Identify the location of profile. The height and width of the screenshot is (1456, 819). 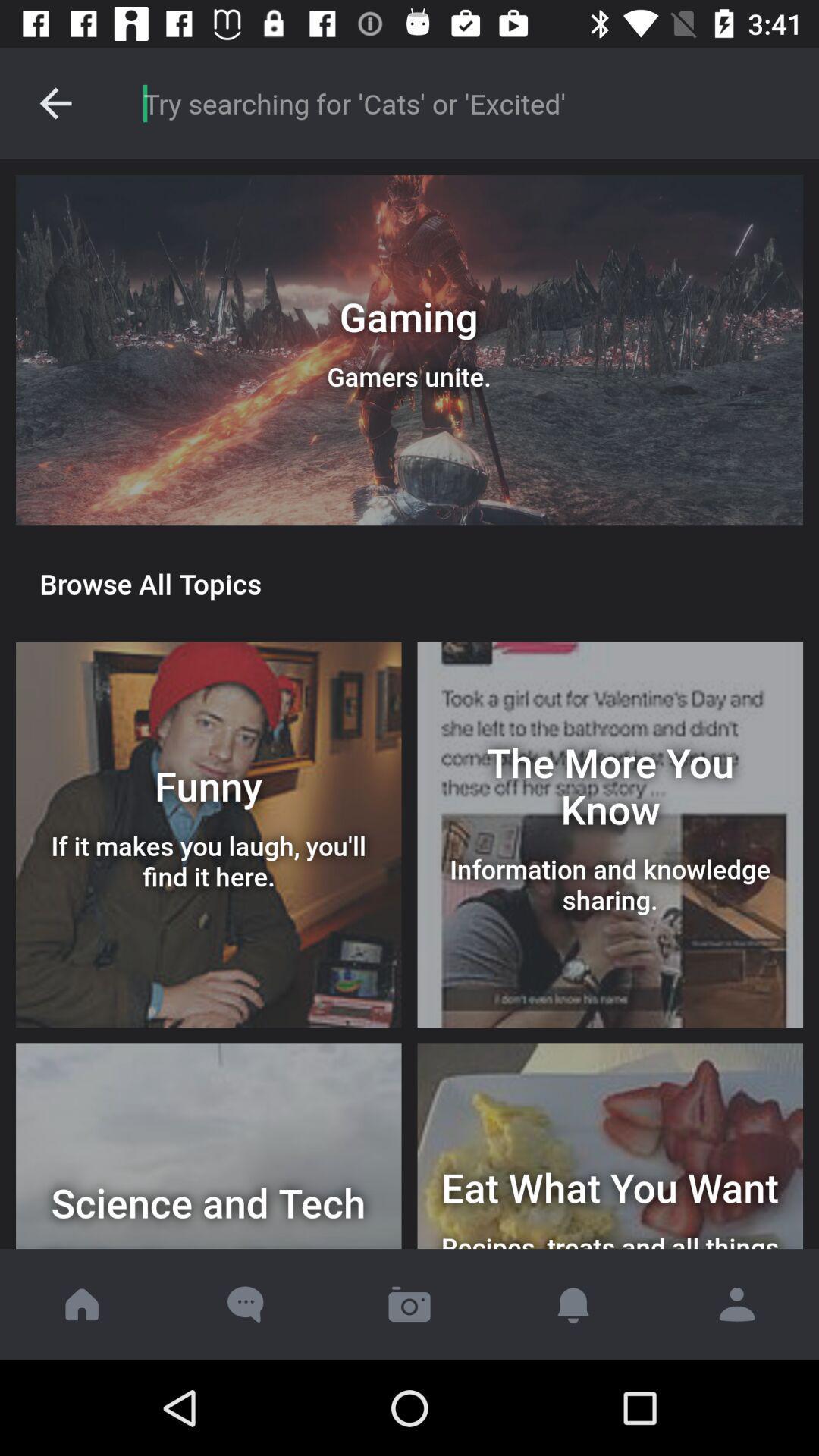
(736, 1304).